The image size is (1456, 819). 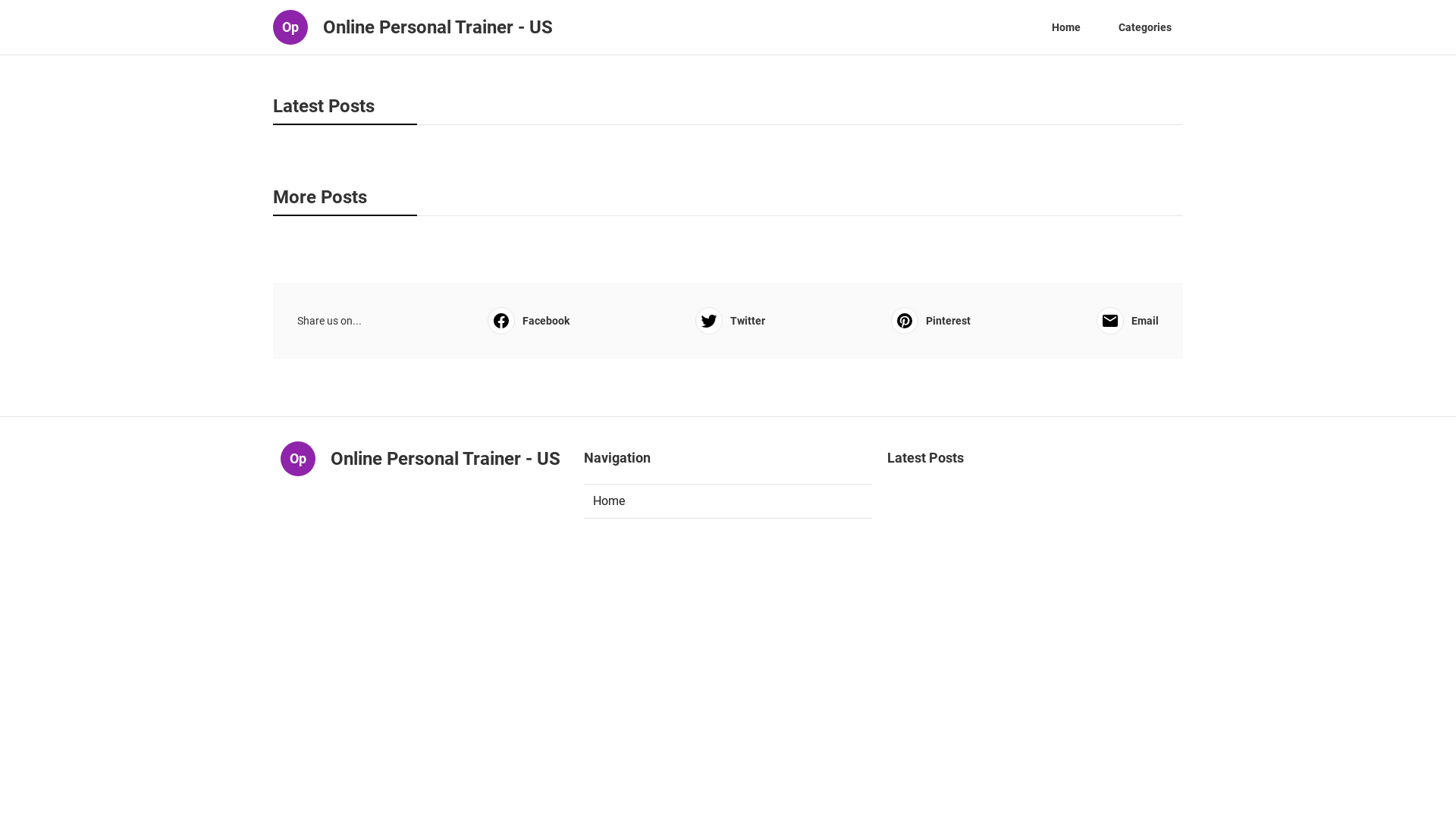 I want to click on 'Facebook', so click(x=488, y=320).